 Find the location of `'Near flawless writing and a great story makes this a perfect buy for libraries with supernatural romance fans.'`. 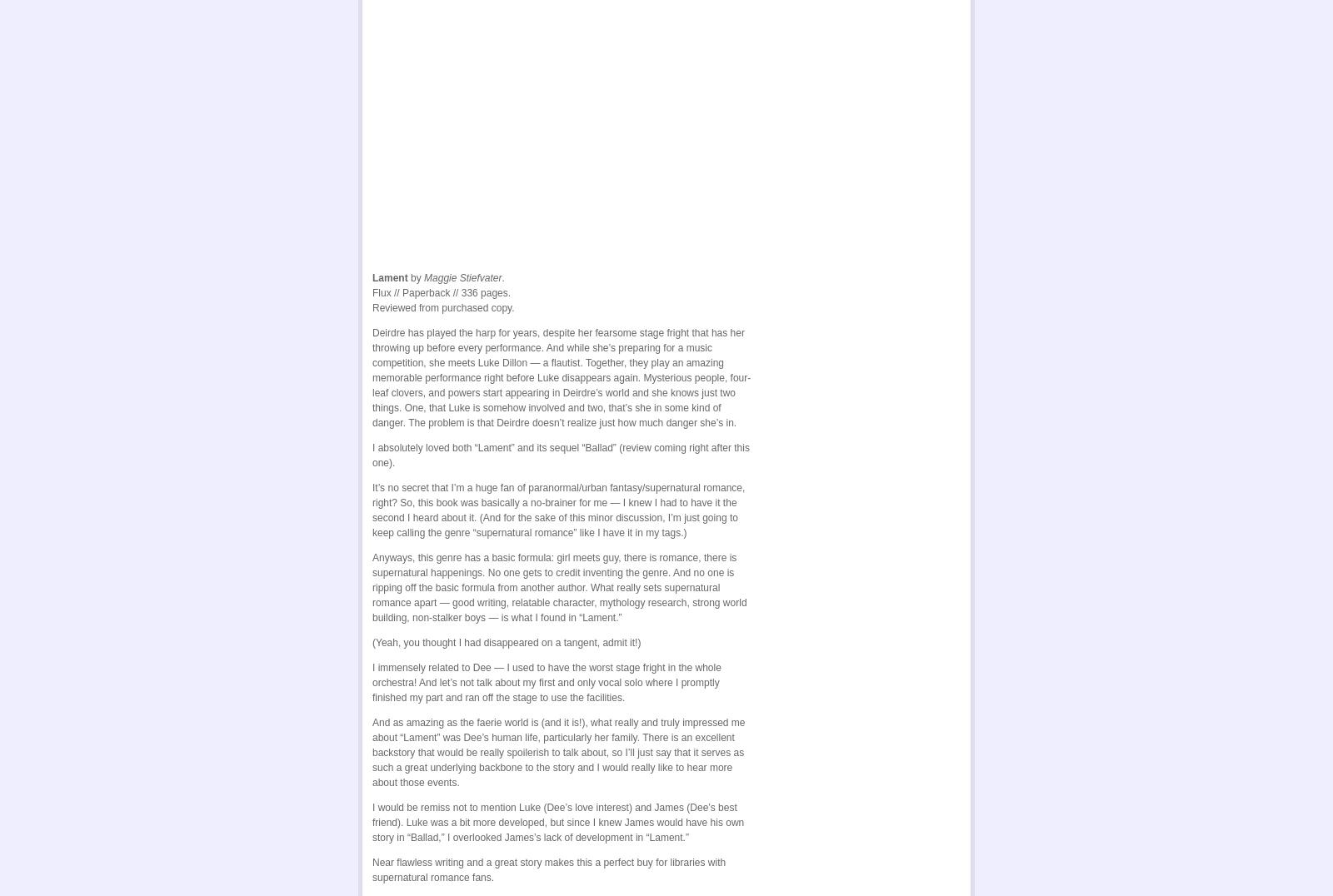

'Near flawless writing and a great story makes this a perfect buy for libraries with supernatural romance fans.' is located at coordinates (549, 867).